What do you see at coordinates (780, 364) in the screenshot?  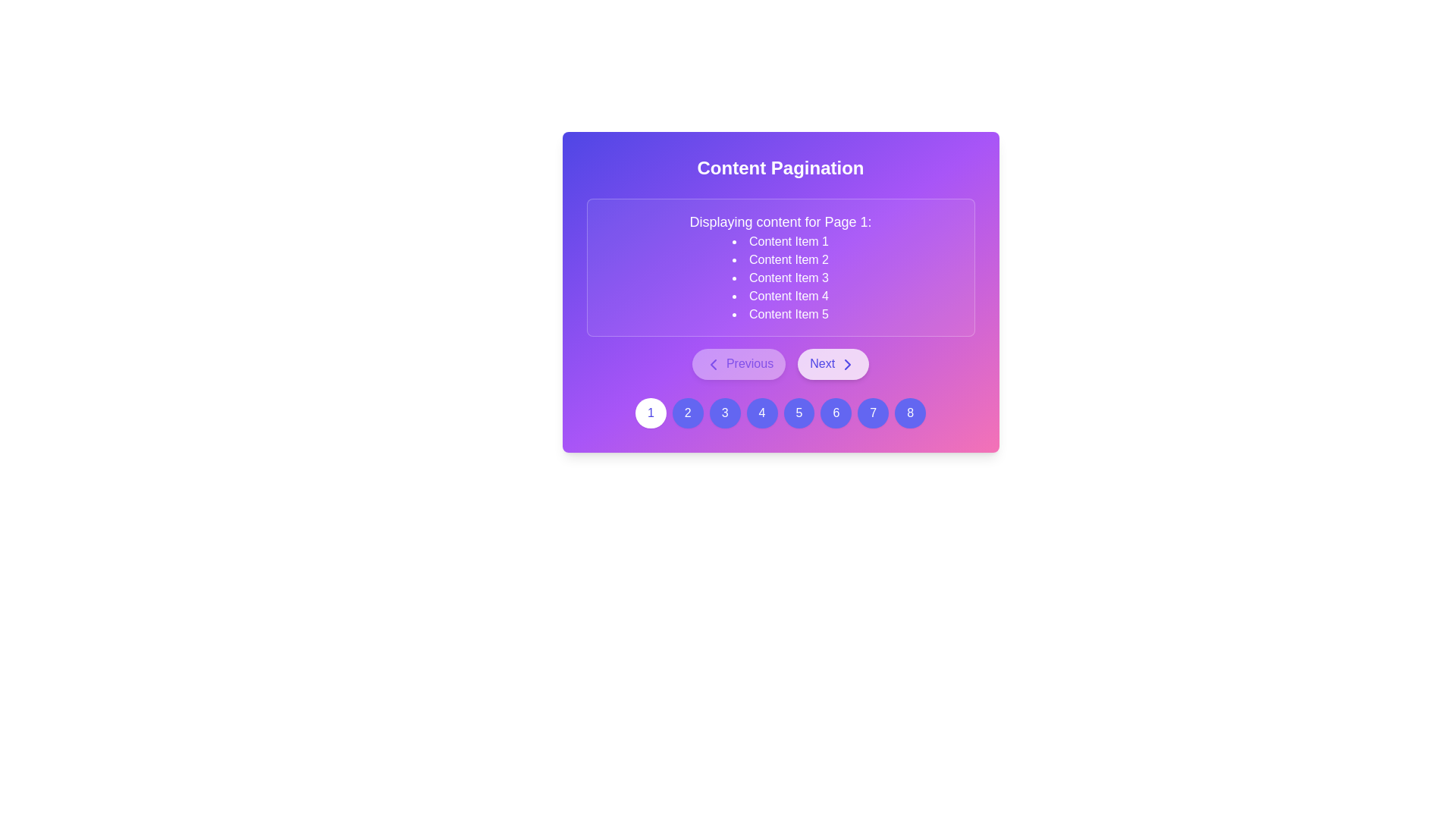 I see `the 'Next' button in the button group located at the bottom-center of the content pagination` at bounding box center [780, 364].